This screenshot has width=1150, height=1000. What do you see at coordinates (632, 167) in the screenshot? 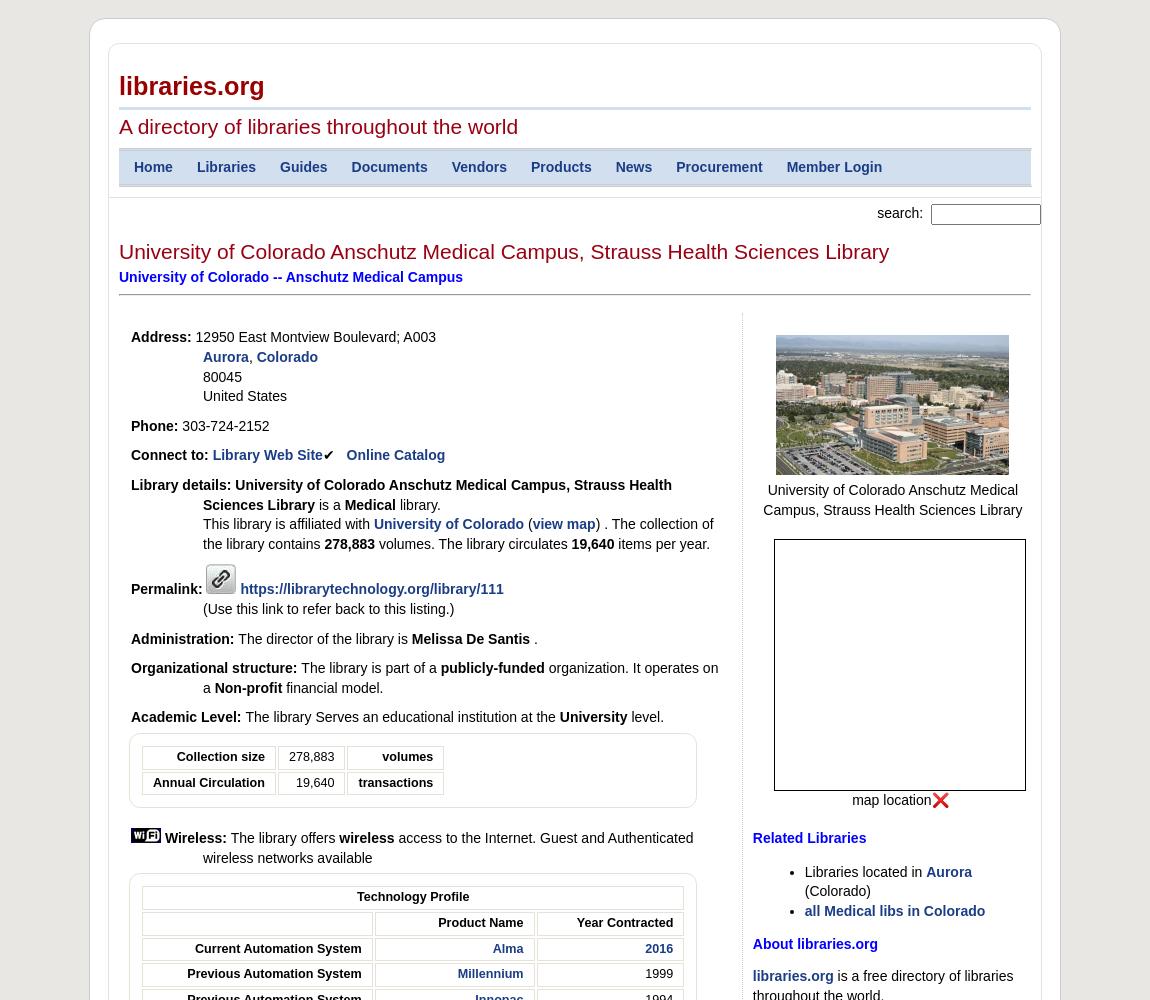
I see `'News'` at bounding box center [632, 167].